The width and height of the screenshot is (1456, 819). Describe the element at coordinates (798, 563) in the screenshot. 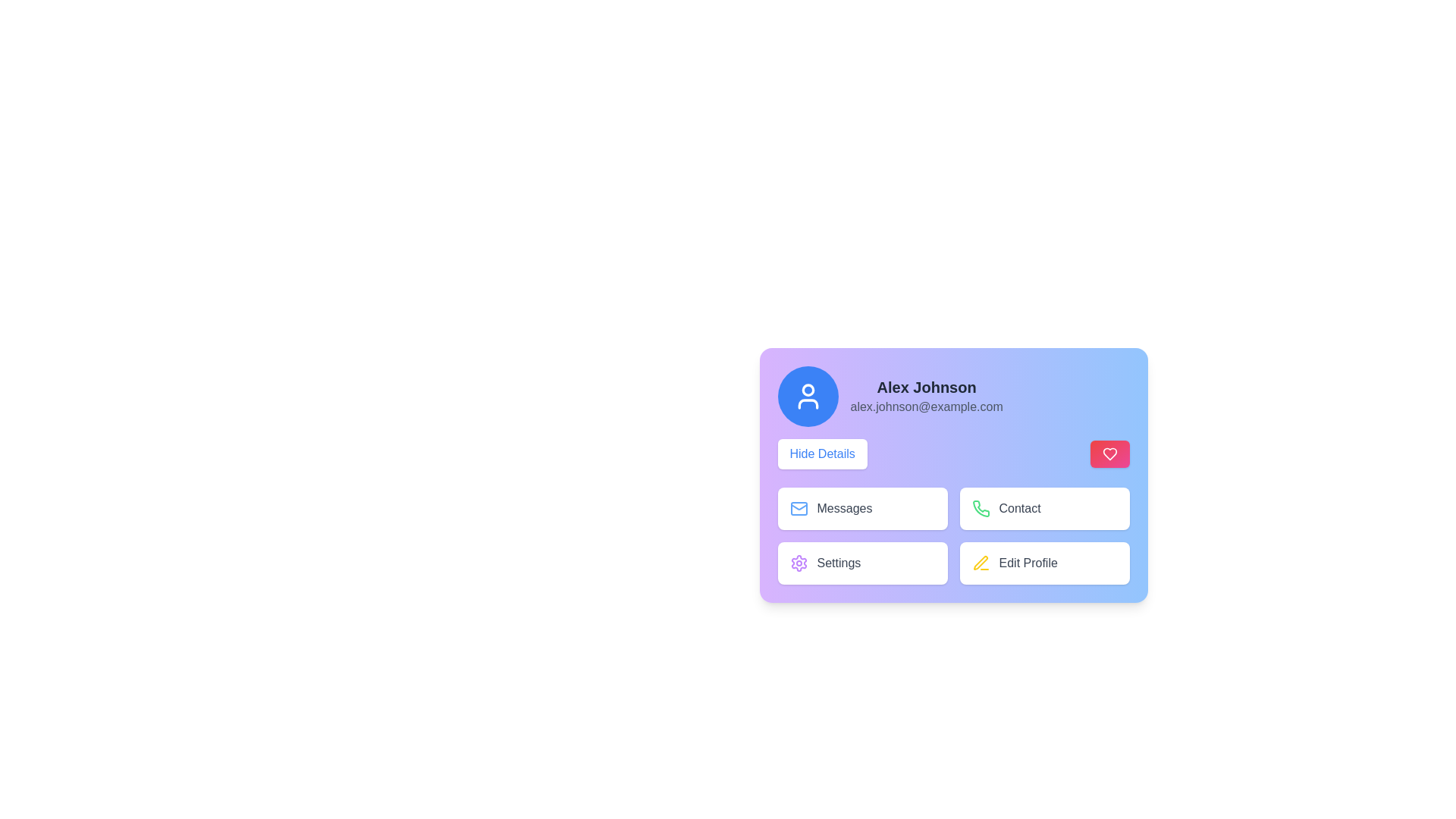

I see `the settings icon, which is the leftmost component of the 'Settings' button located at the bottom-left section of the card layout` at that location.